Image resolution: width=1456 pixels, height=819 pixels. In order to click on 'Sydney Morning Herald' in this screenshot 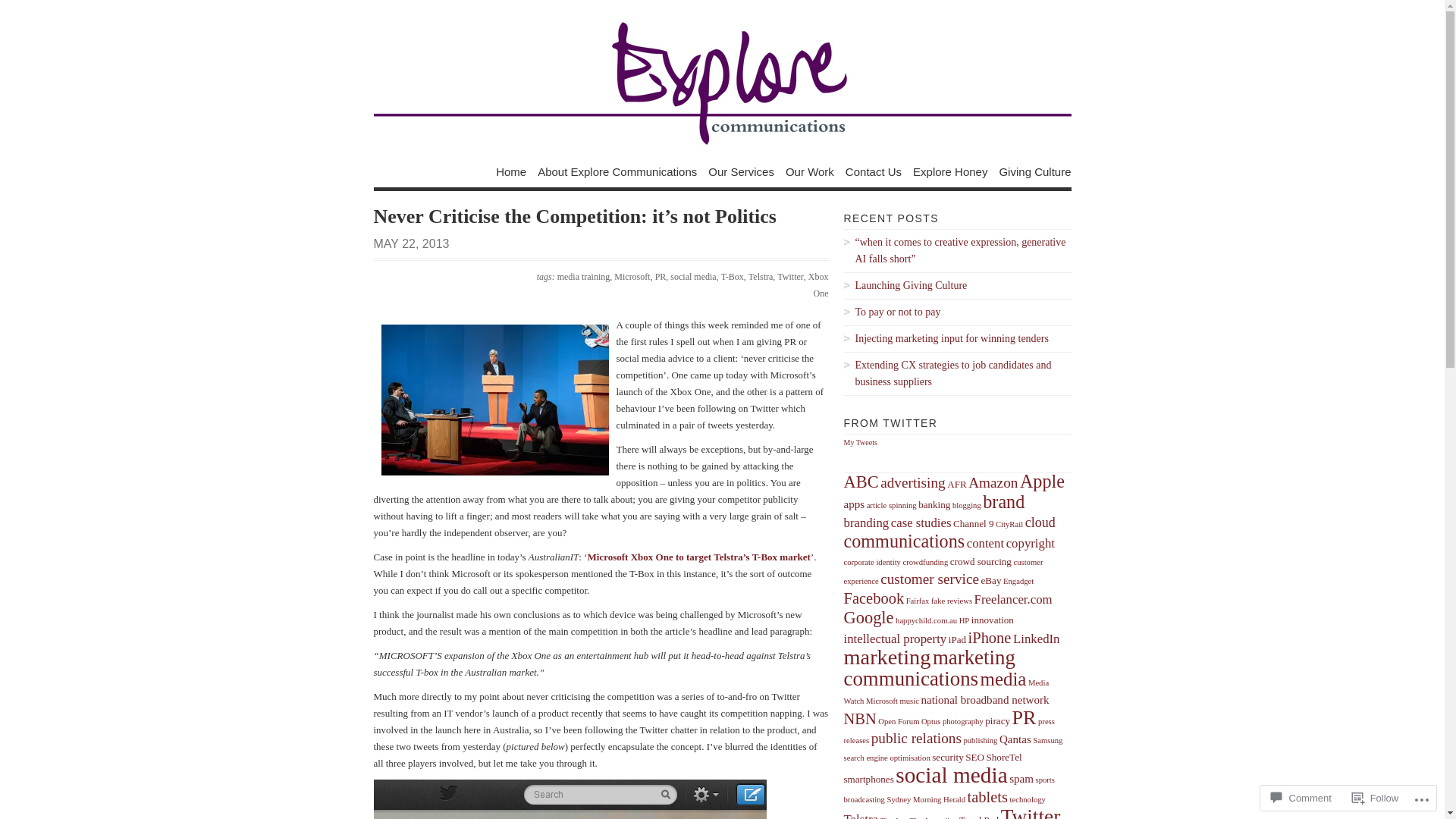, I will do `click(886, 799)`.